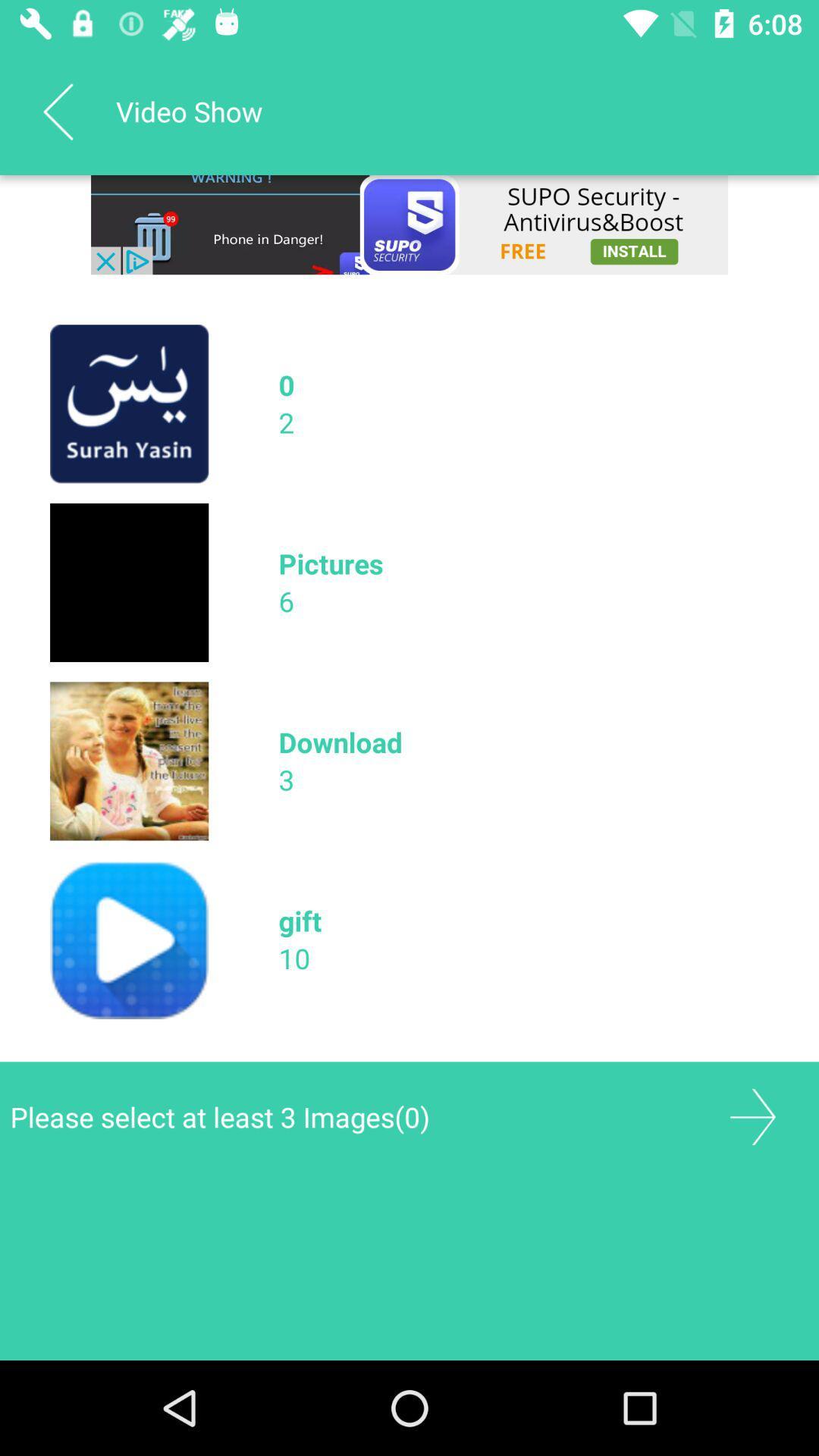 The image size is (819, 1456). I want to click on back button, so click(752, 1117).